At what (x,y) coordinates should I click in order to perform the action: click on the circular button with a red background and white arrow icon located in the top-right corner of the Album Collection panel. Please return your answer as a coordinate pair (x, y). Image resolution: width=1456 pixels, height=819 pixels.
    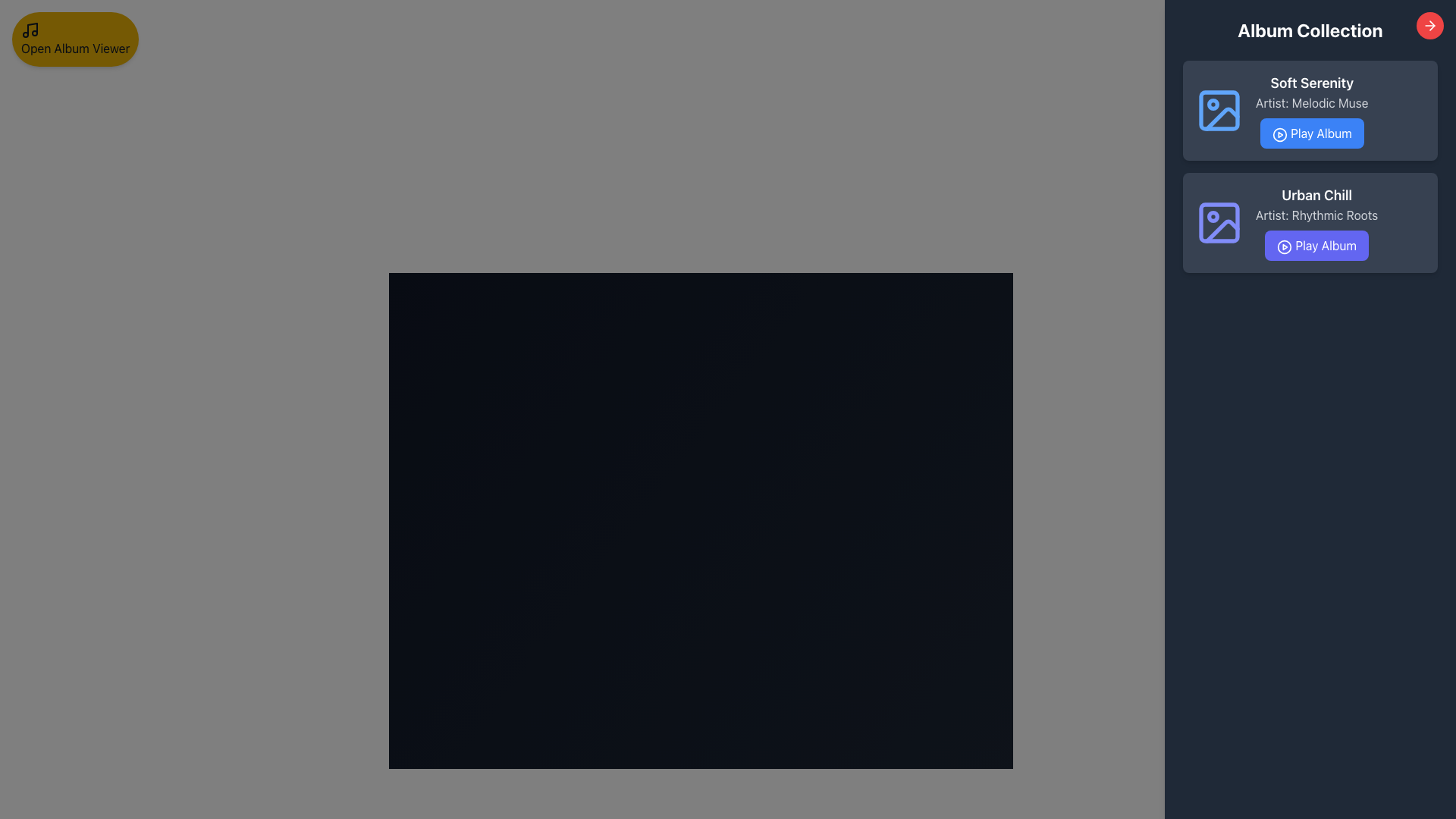
    Looking at the image, I should click on (1429, 26).